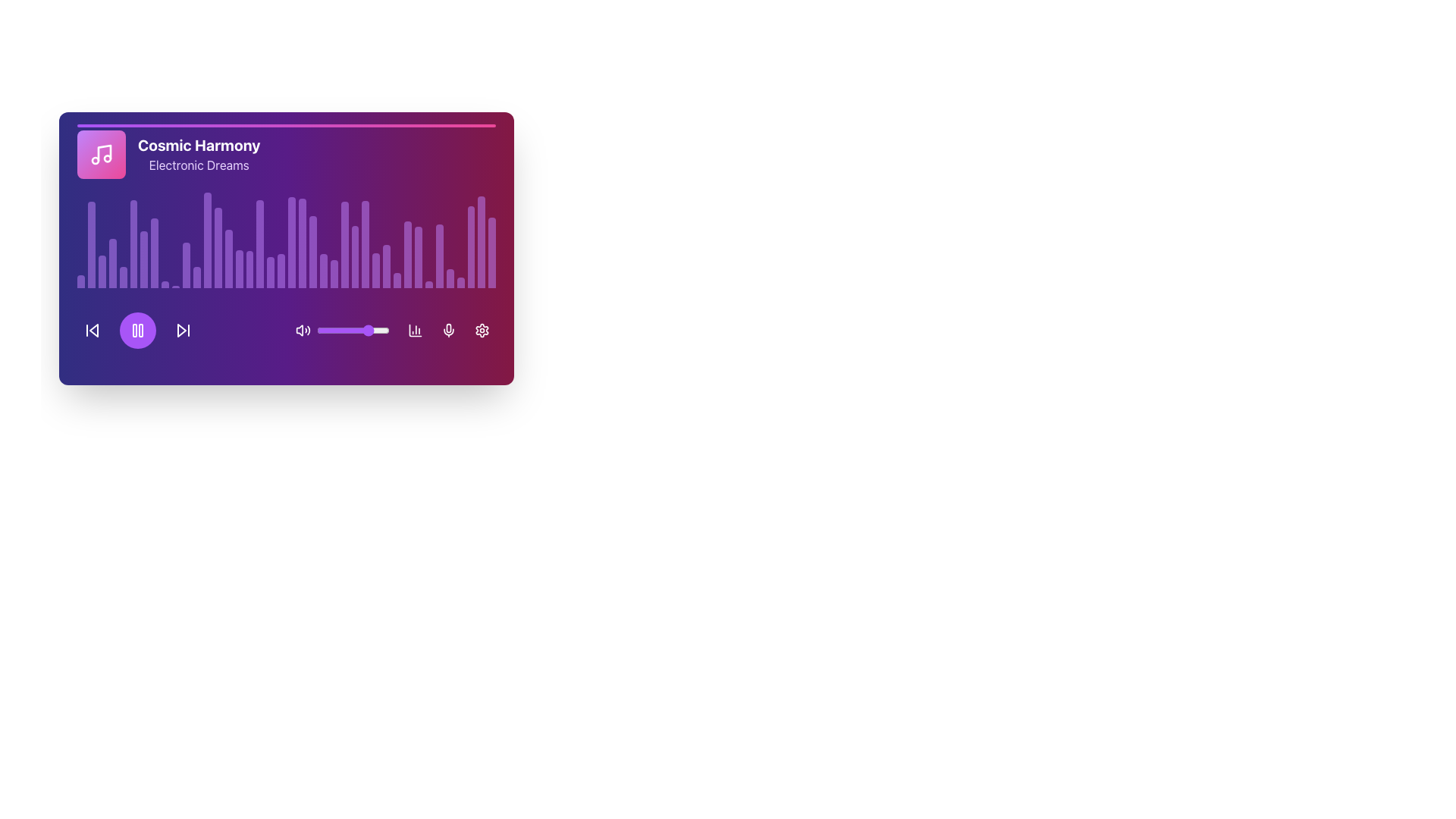  I want to click on the volume level, so click(337, 329).